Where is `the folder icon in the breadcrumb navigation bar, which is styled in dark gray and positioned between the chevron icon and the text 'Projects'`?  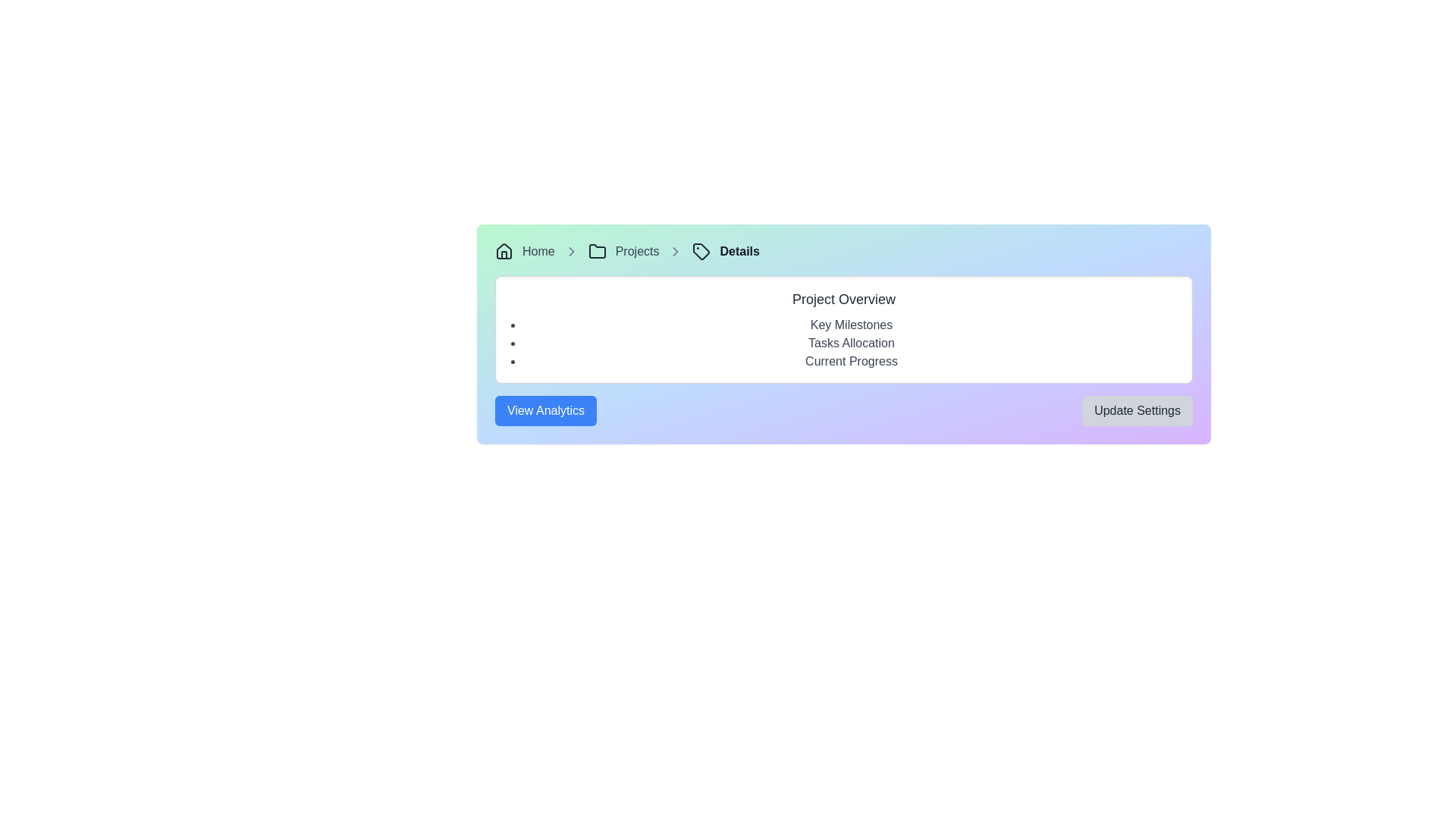
the folder icon in the breadcrumb navigation bar, which is styled in dark gray and positioned between the chevron icon and the text 'Projects' is located at coordinates (596, 250).